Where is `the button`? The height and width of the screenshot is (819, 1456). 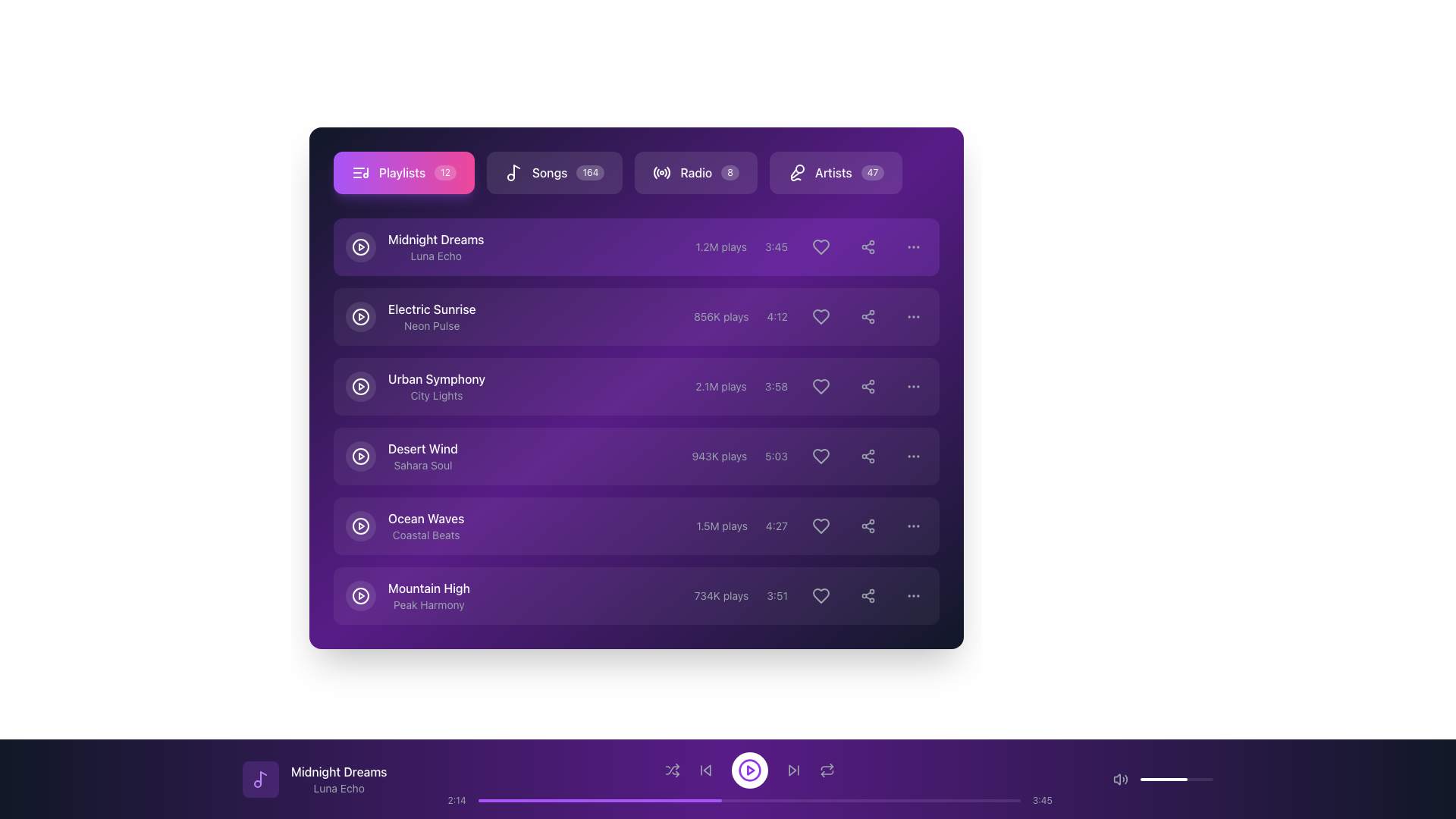 the button is located at coordinates (821, 526).